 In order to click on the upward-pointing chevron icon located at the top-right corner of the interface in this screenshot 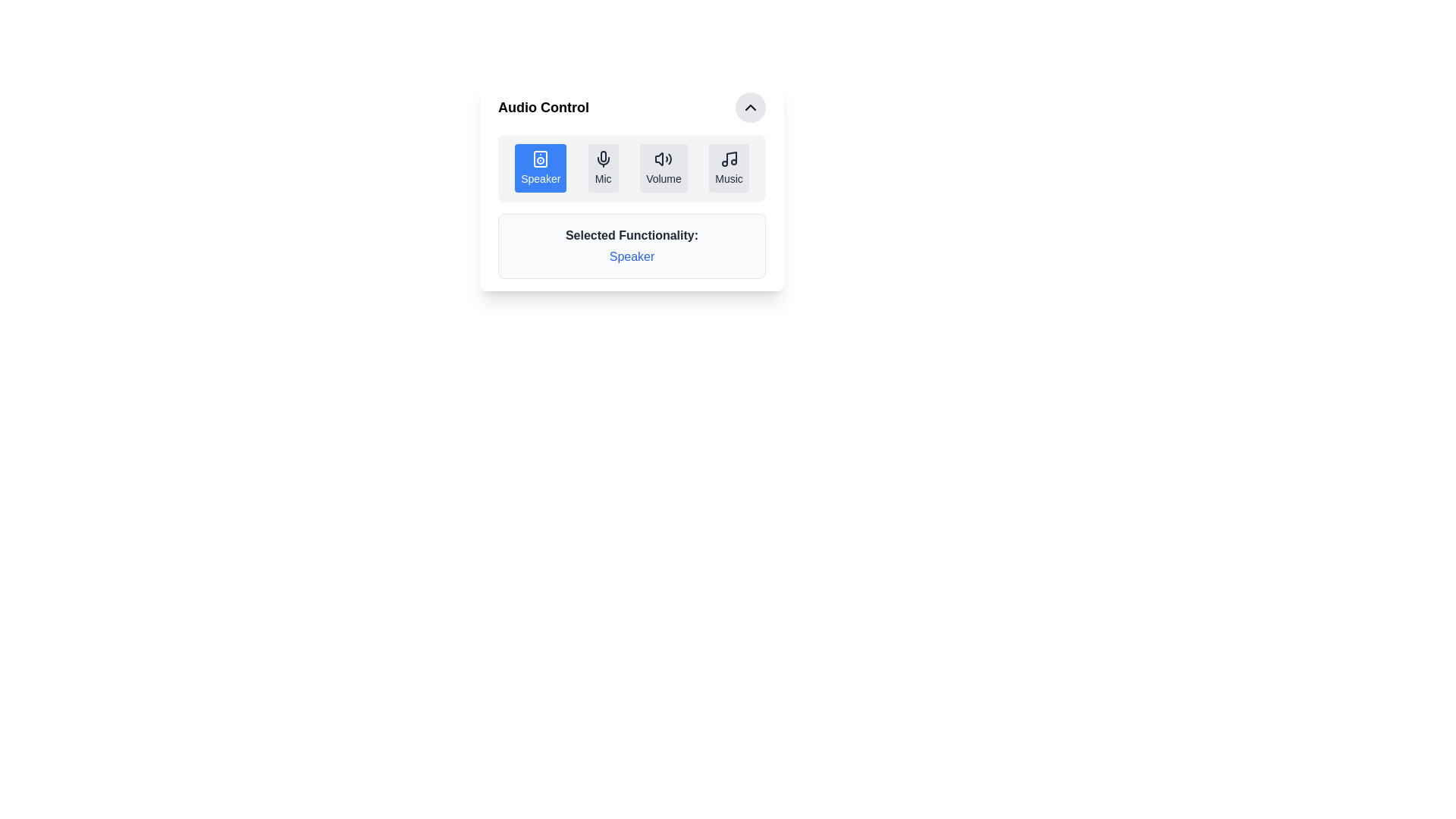, I will do `click(750, 107)`.